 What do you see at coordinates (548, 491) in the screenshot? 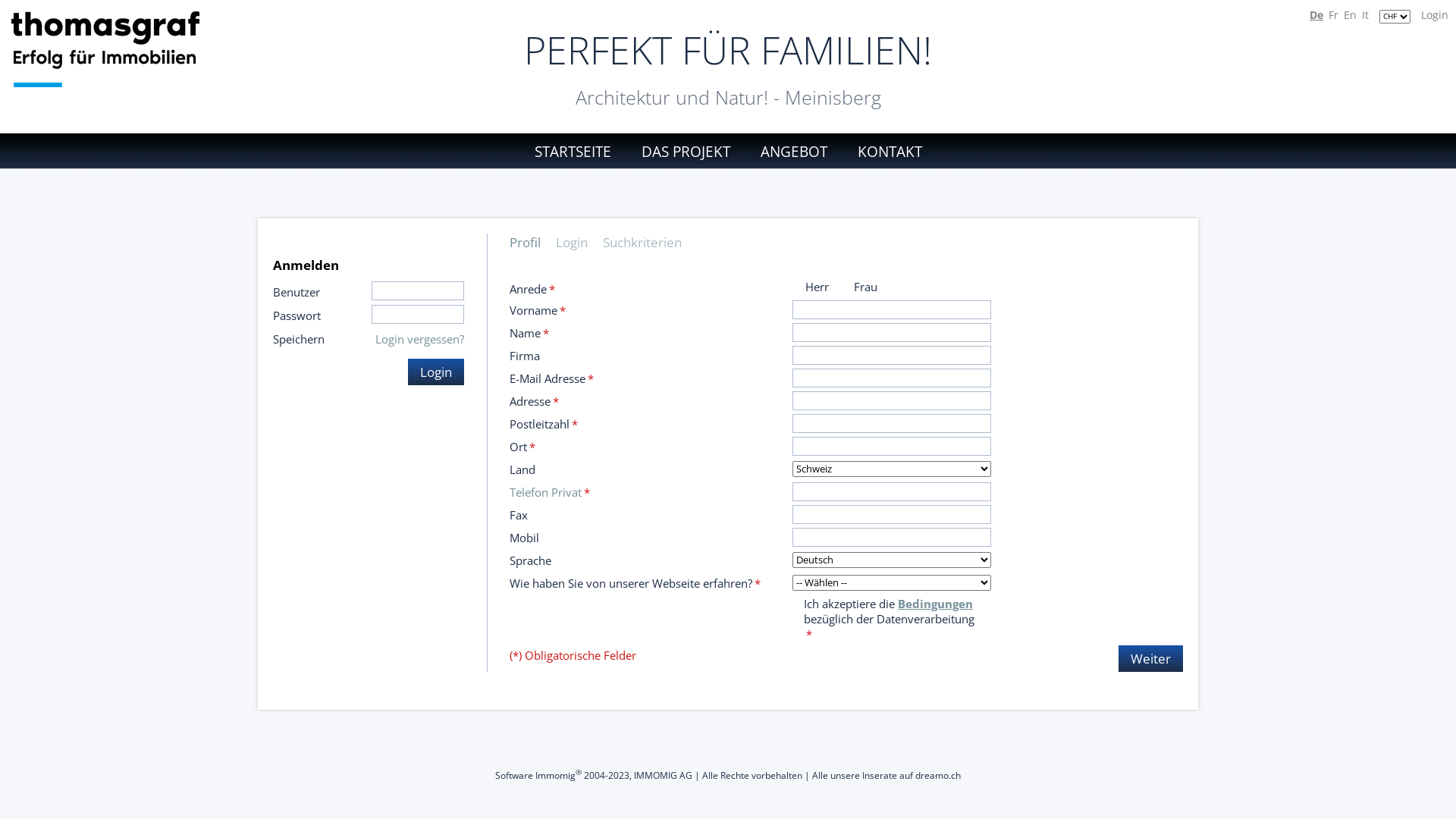
I see `'Telefon Privat*'` at bounding box center [548, 491].